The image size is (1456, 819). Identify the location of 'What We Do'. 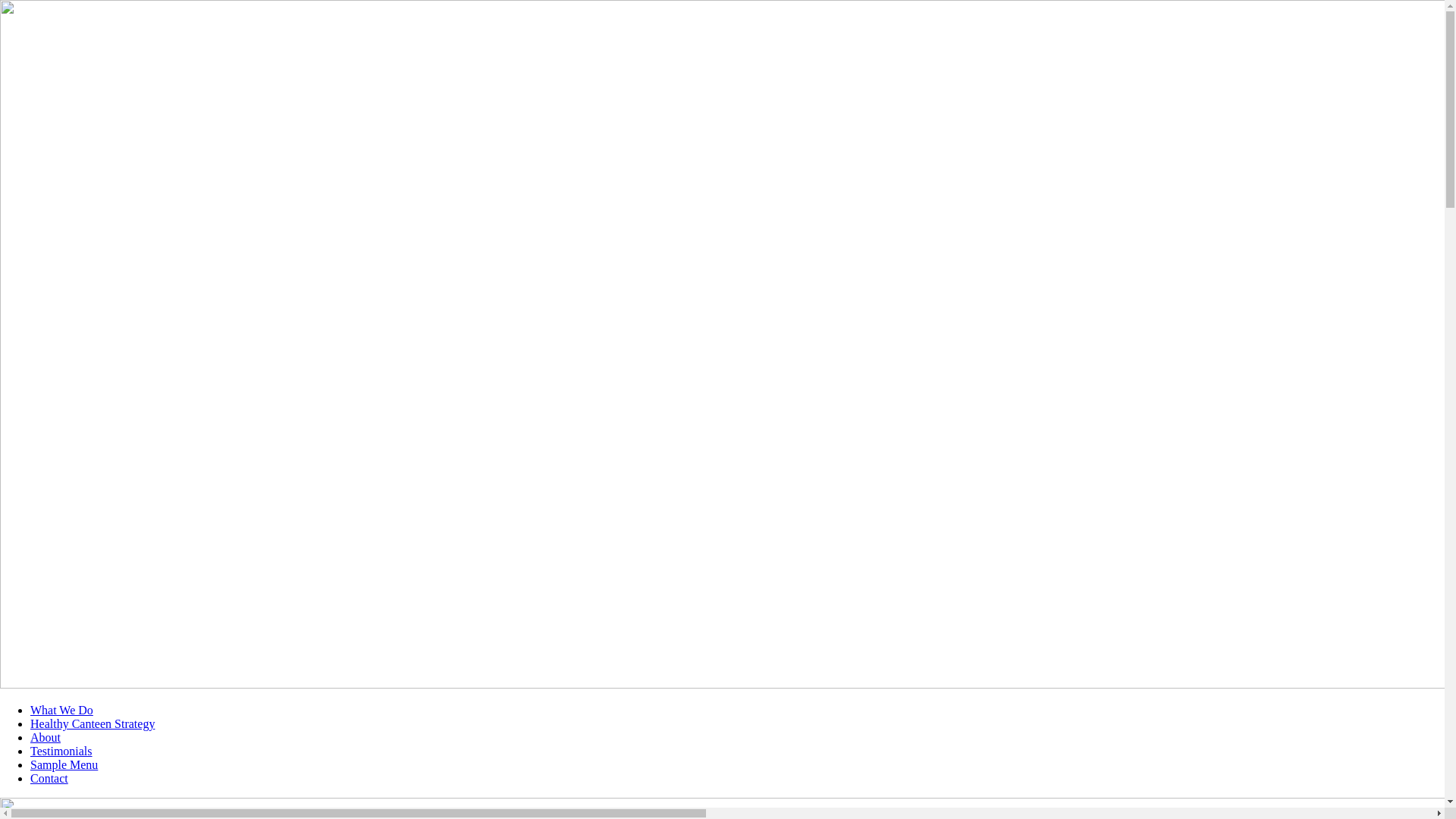
(61, 710).